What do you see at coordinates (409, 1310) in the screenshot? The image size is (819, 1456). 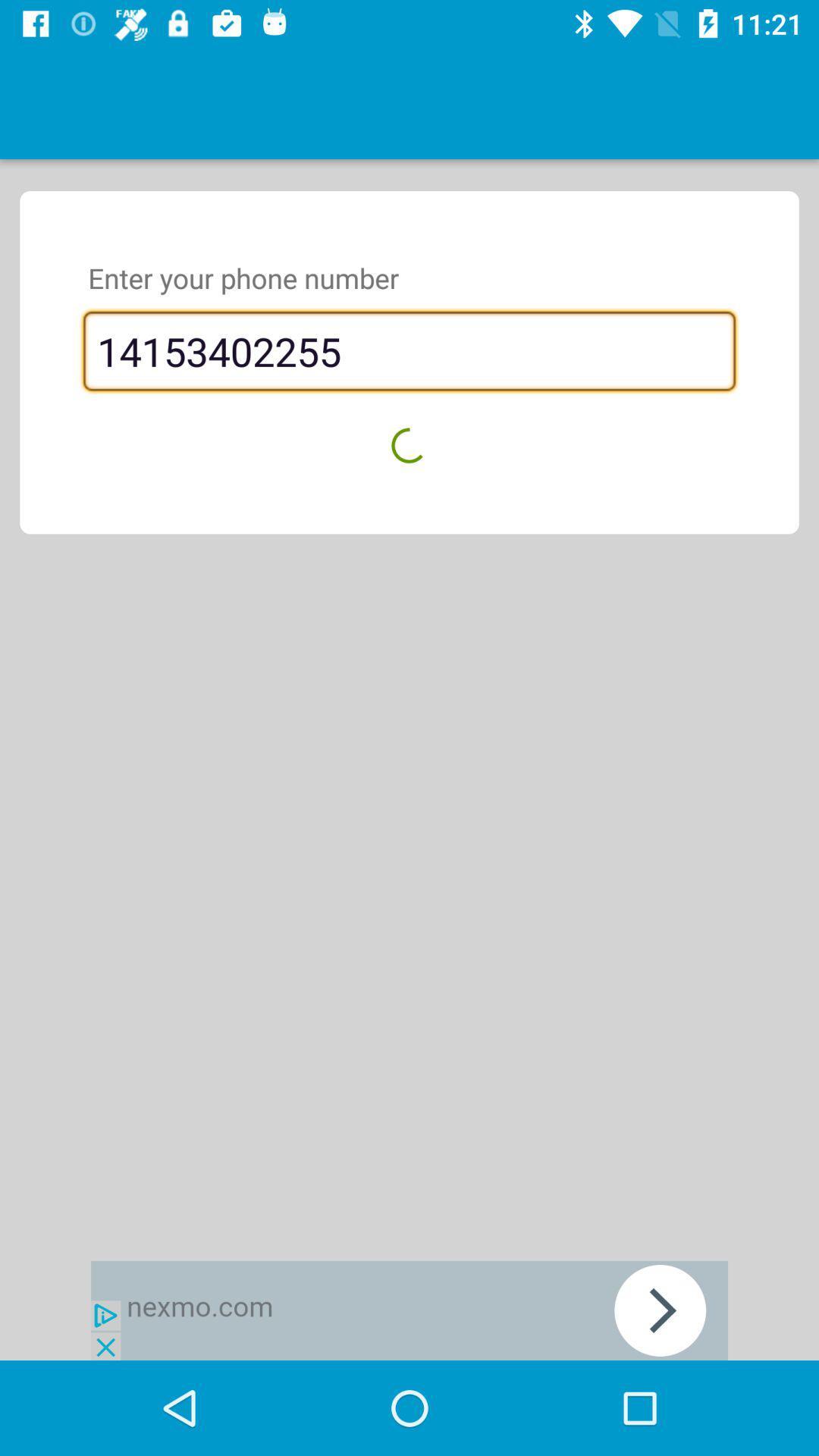 I see `advertisement` at bounding box center [409, 1310].